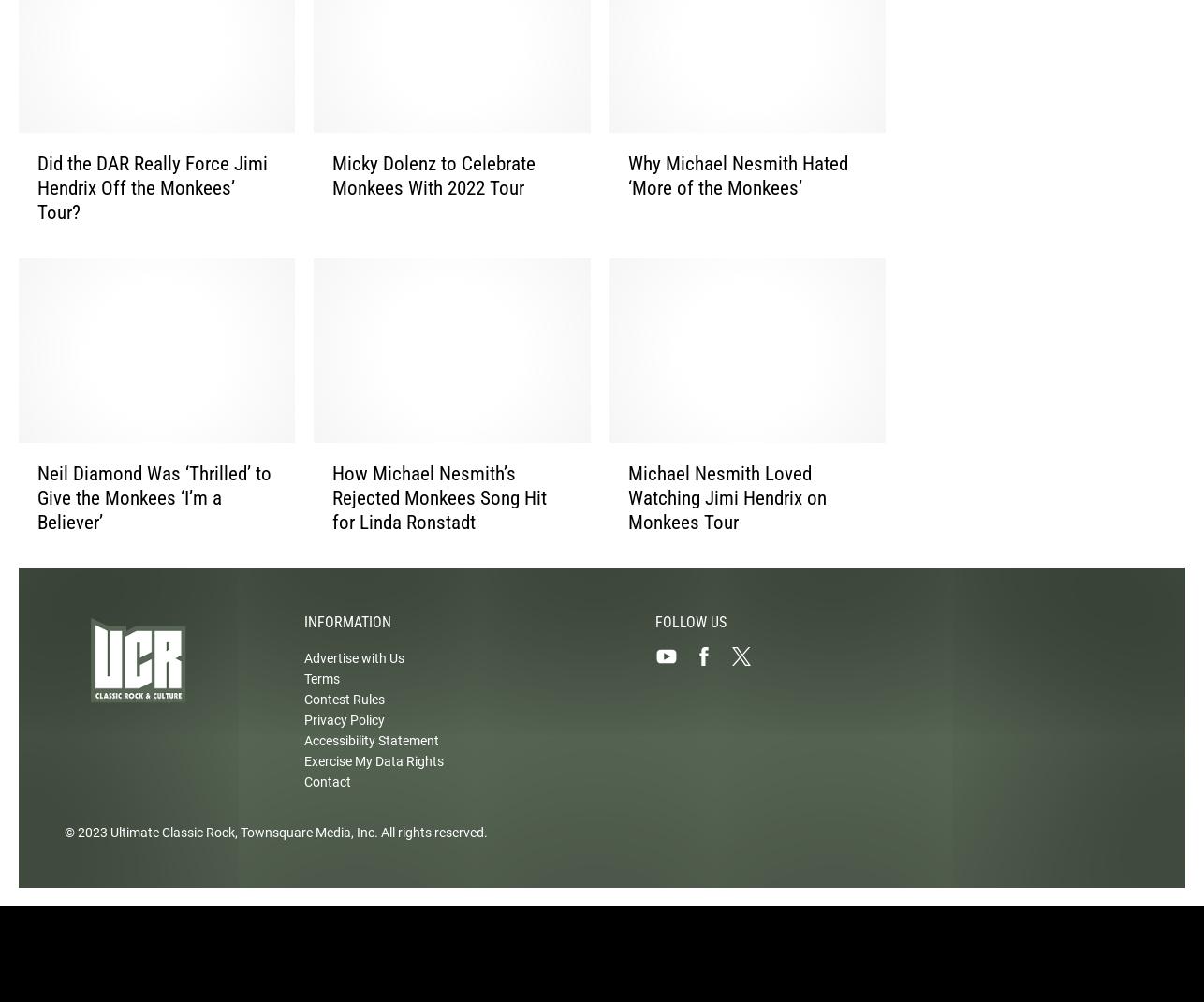 The height and width of the screenshot is (1002, 1204). I want to click on 'Contact', so click(327, 798).